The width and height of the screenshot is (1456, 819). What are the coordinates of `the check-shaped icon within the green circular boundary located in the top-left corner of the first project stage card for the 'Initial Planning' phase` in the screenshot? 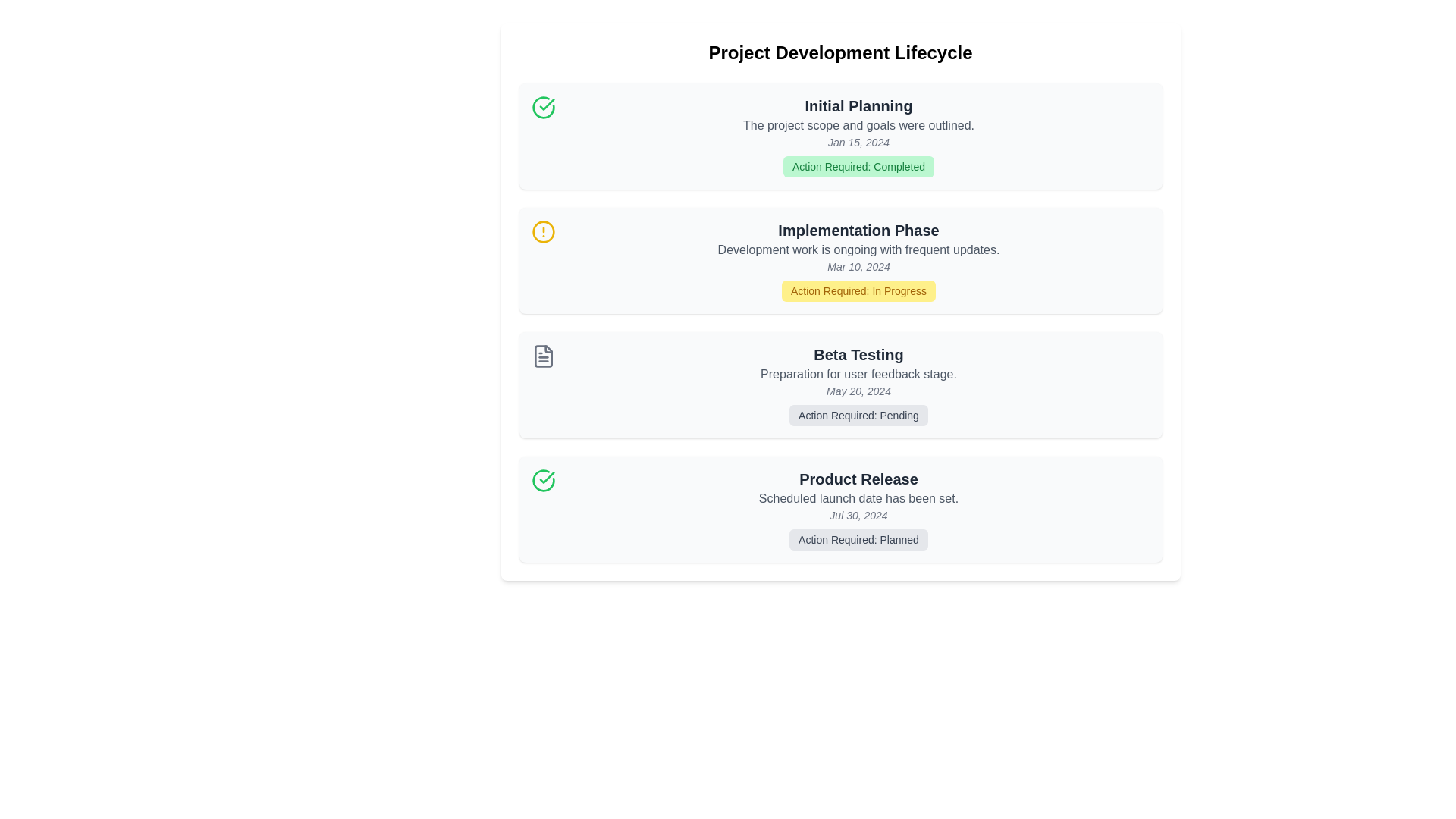 It's located at (546, 104).